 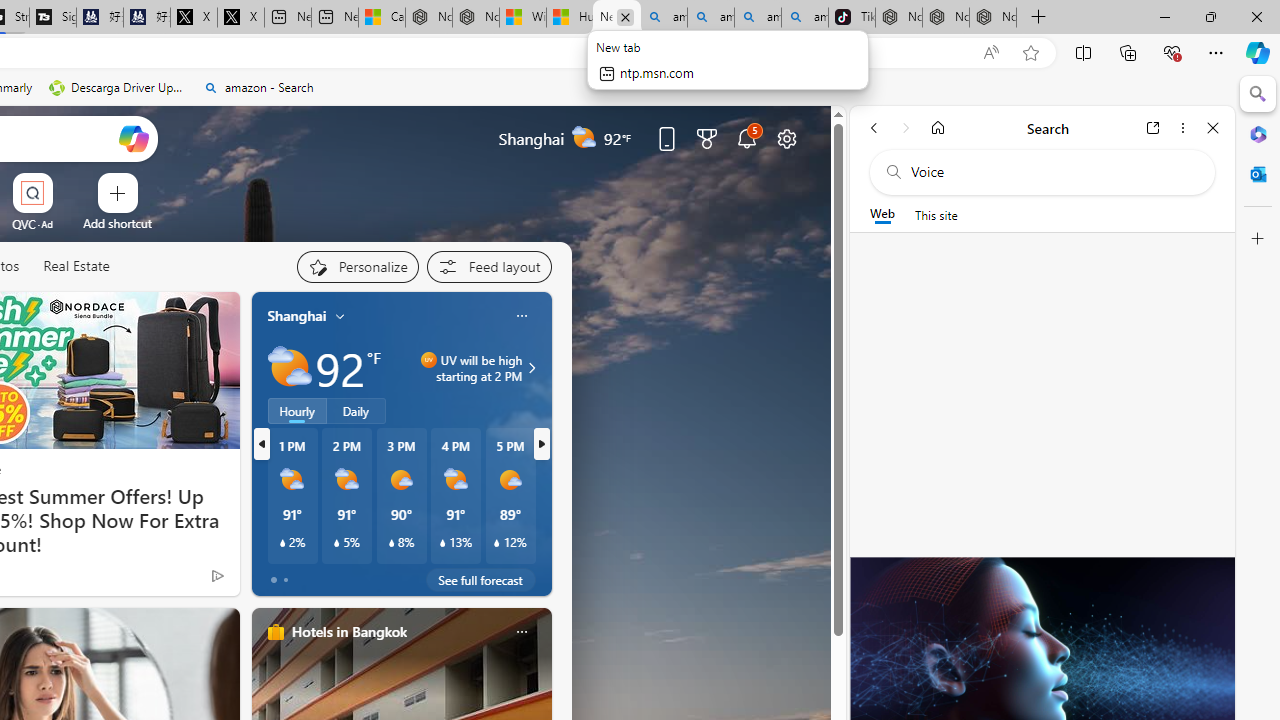 What do you see at coordinates (488, 266) in the screenshot?
I see `'Feed settings'` at bounding box center [488, 266].